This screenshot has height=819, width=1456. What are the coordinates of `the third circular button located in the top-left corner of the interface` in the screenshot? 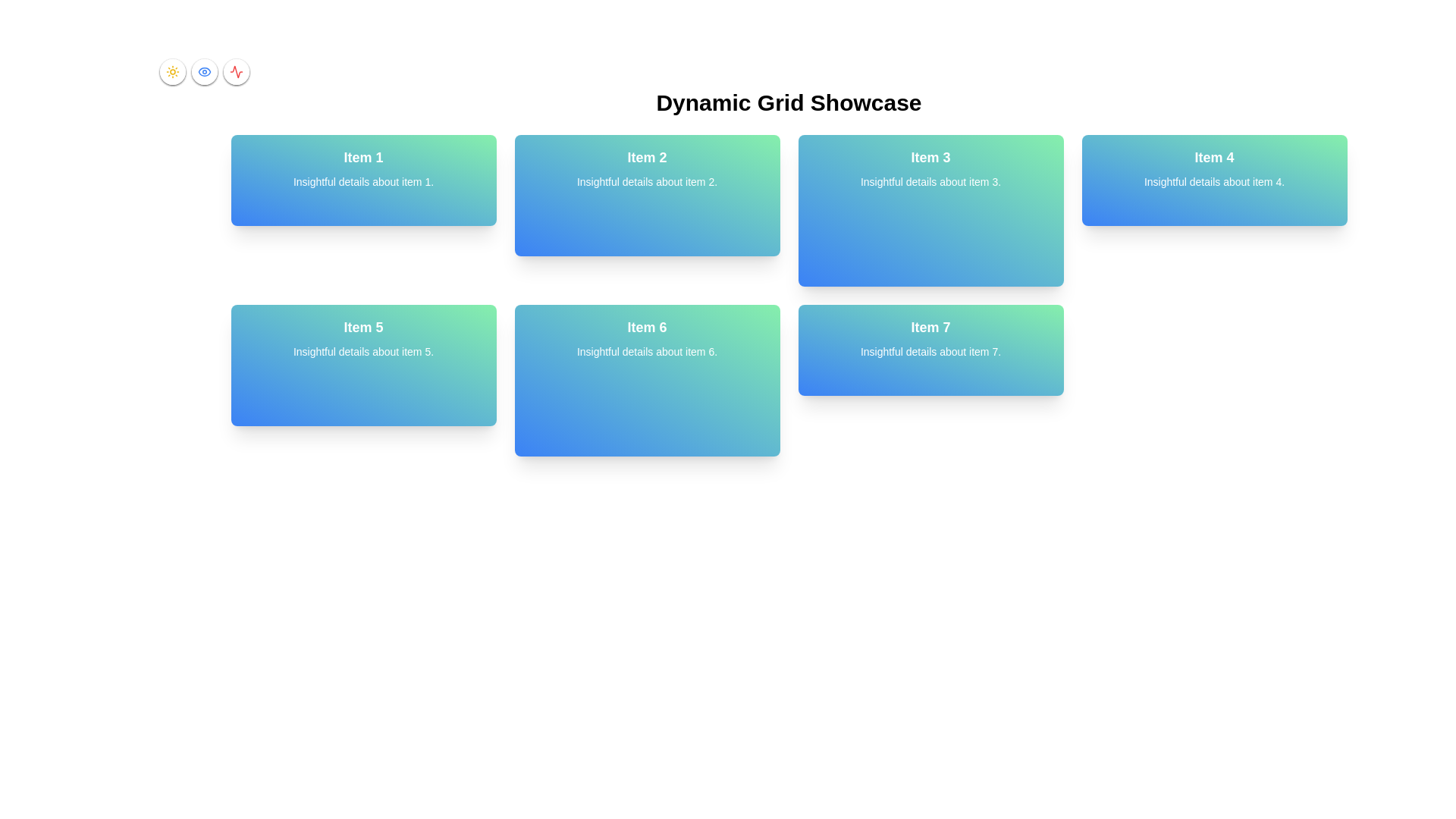 It's located at (236, 72).